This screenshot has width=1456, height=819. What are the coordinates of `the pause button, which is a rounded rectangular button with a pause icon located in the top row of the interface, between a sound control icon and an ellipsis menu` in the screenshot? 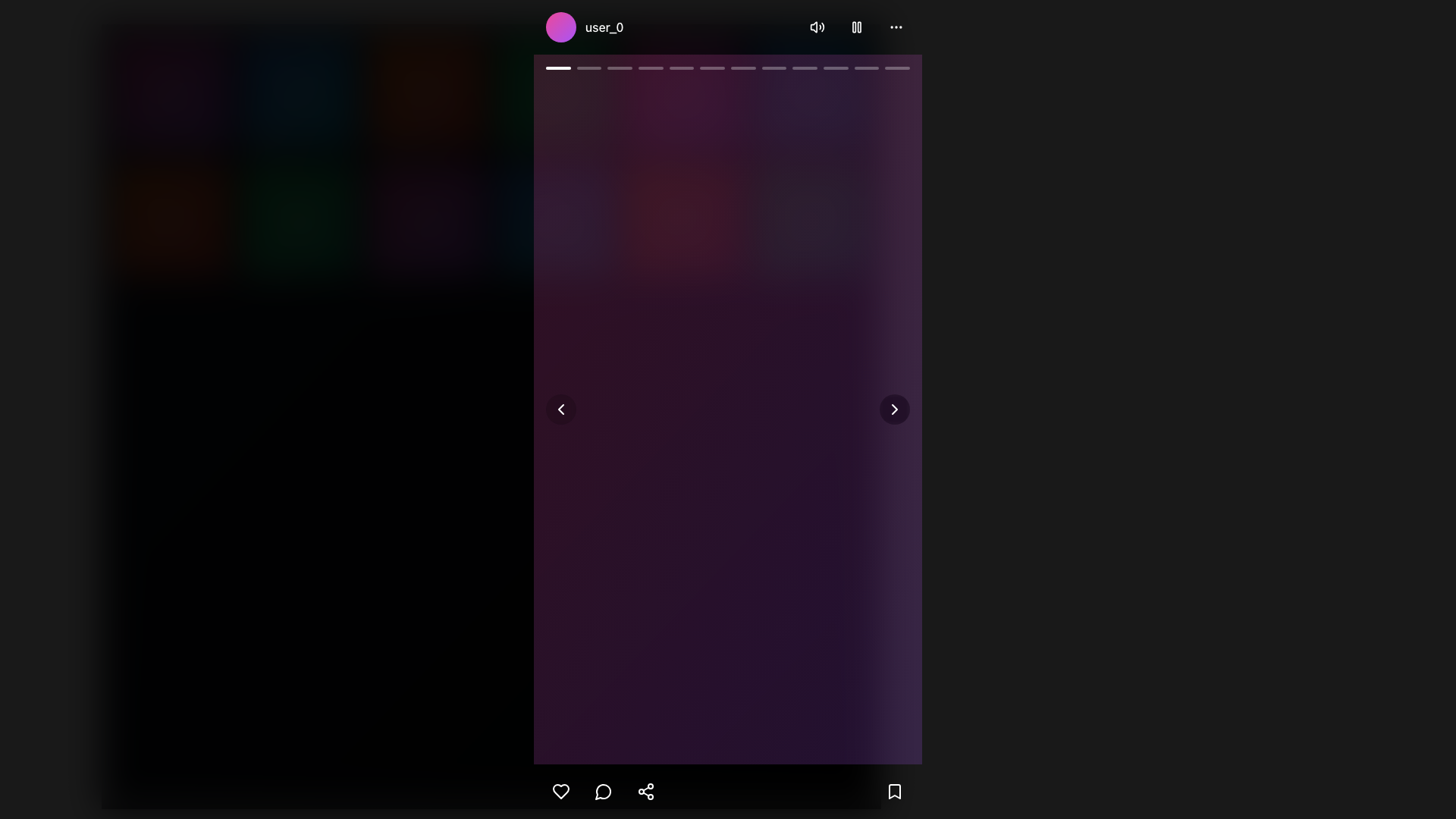 It's located at (856, 27).